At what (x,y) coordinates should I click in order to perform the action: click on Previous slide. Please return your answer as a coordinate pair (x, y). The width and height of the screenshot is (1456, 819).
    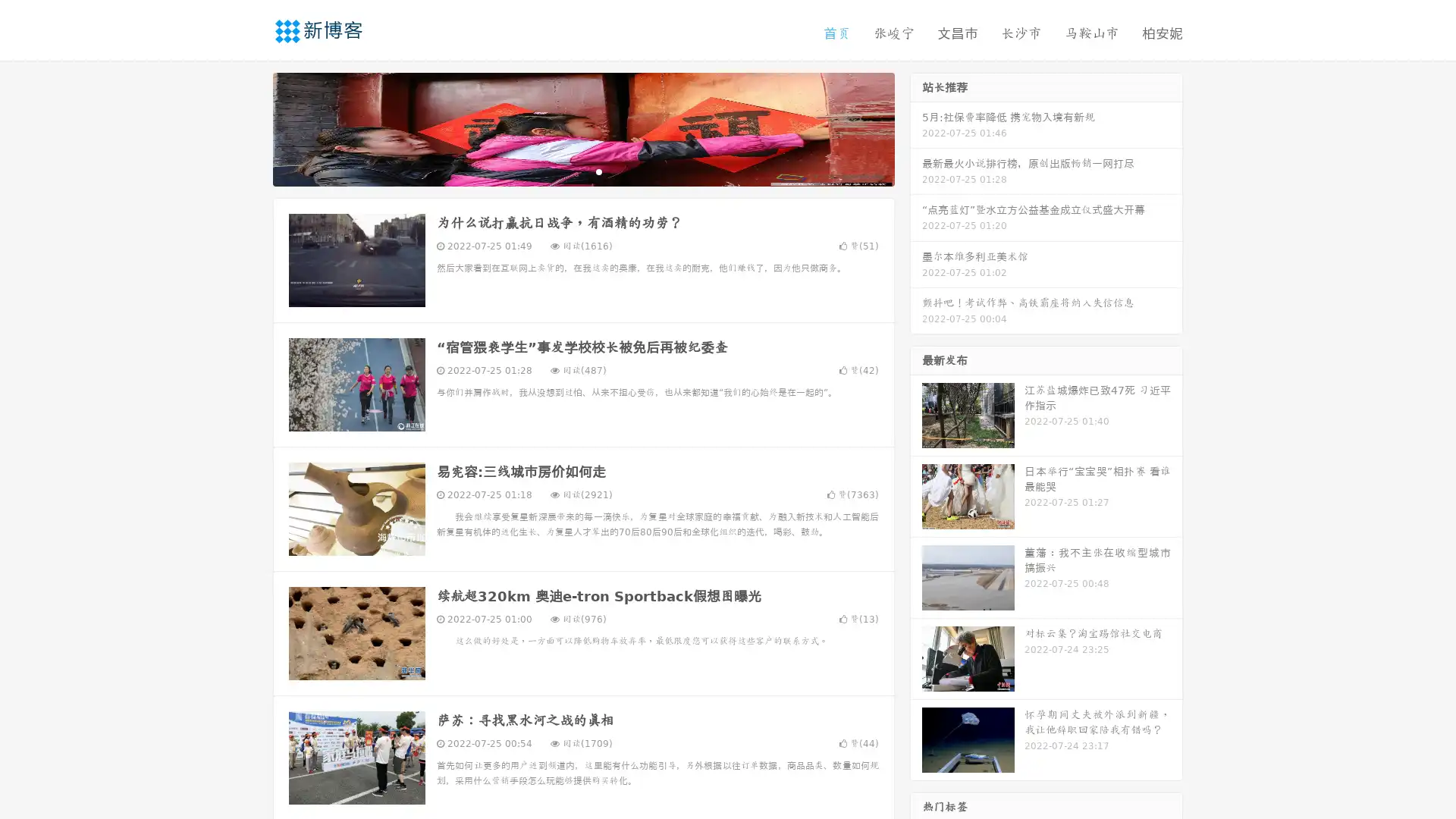
    Looking at the image, I should click on (250, 127).